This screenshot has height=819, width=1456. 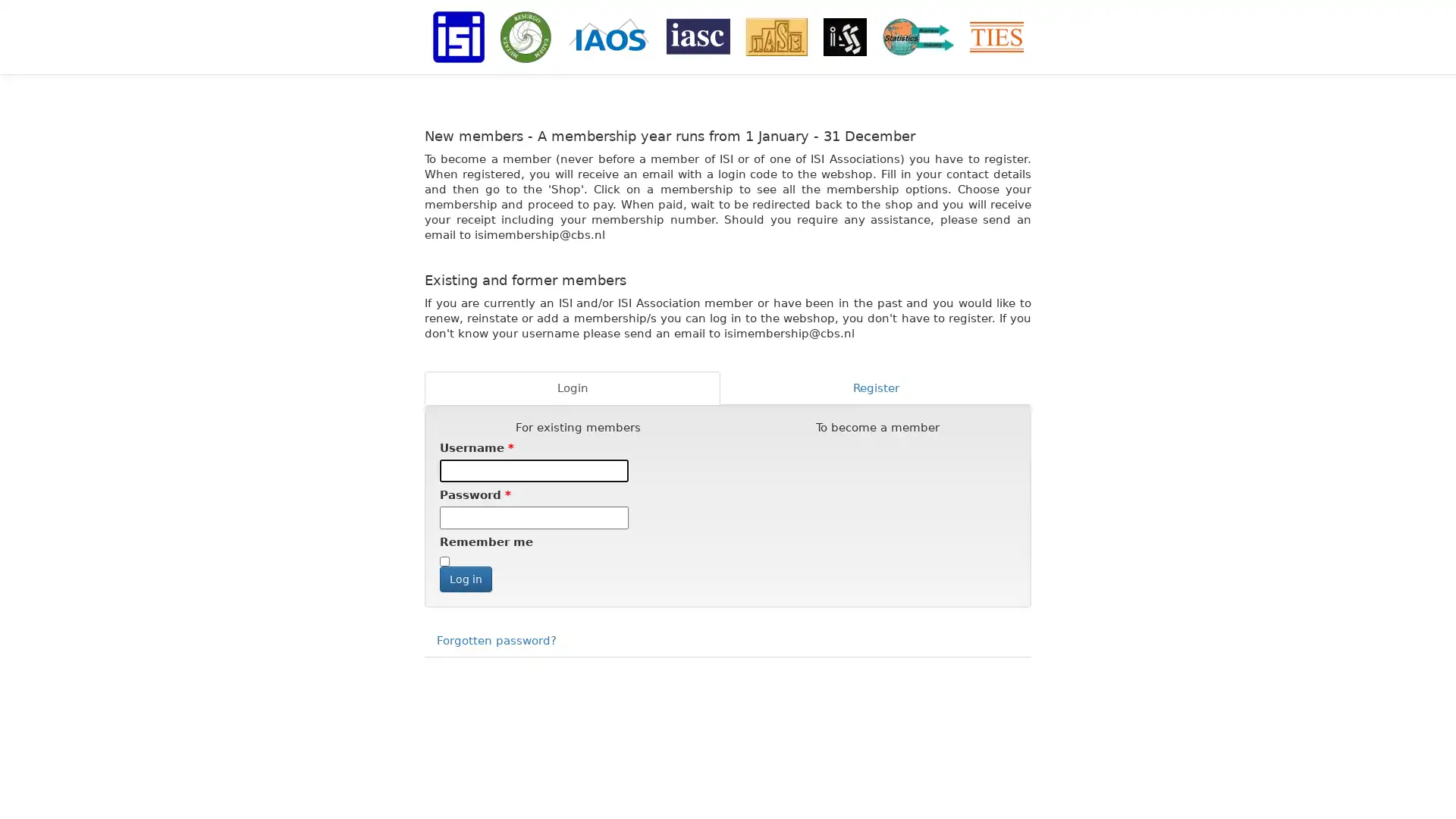 I want to click on Log in, so click(x=465, y=579).